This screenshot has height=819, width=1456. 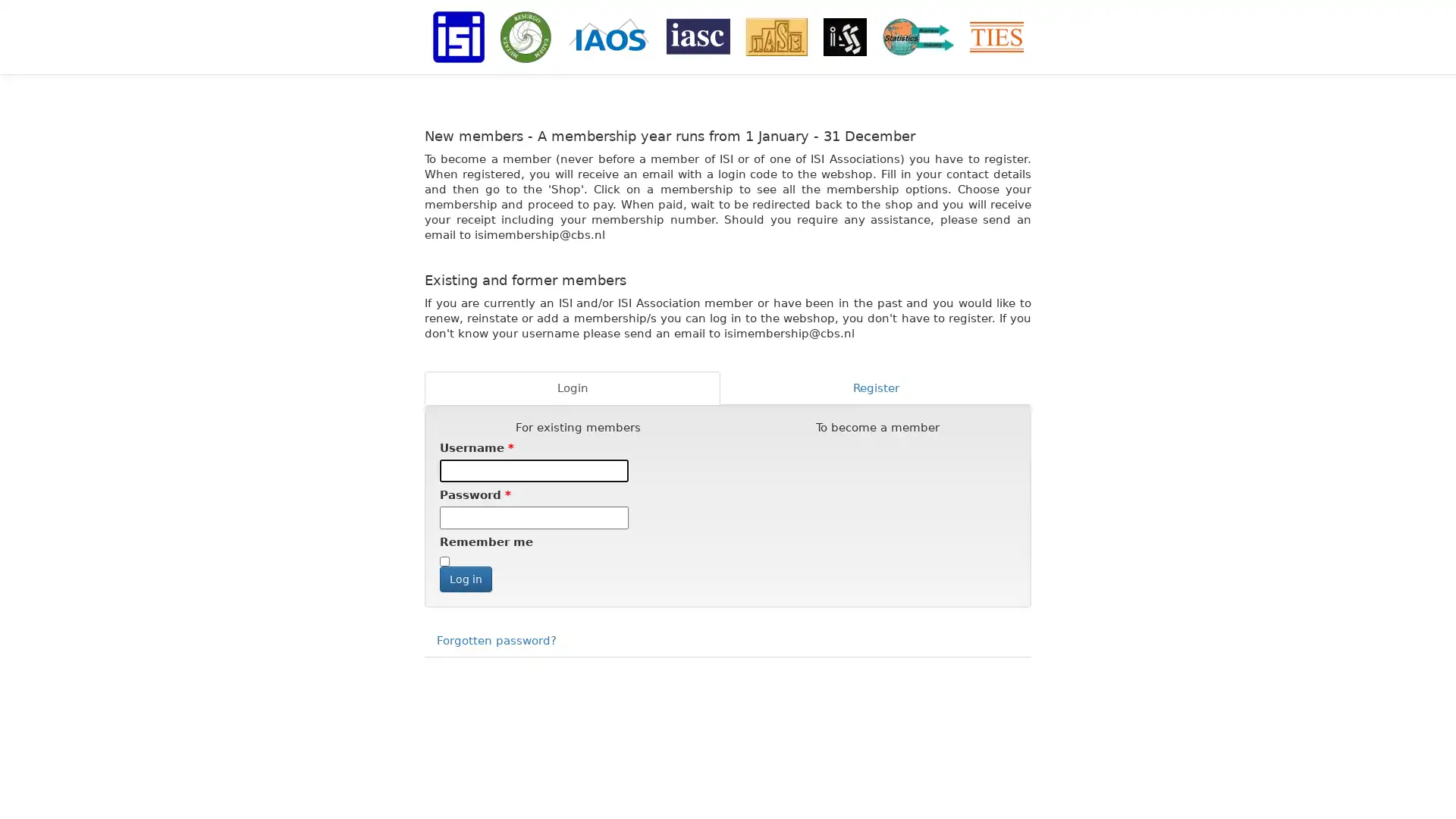 I want to click on Log in, so click(x=465, y=579).